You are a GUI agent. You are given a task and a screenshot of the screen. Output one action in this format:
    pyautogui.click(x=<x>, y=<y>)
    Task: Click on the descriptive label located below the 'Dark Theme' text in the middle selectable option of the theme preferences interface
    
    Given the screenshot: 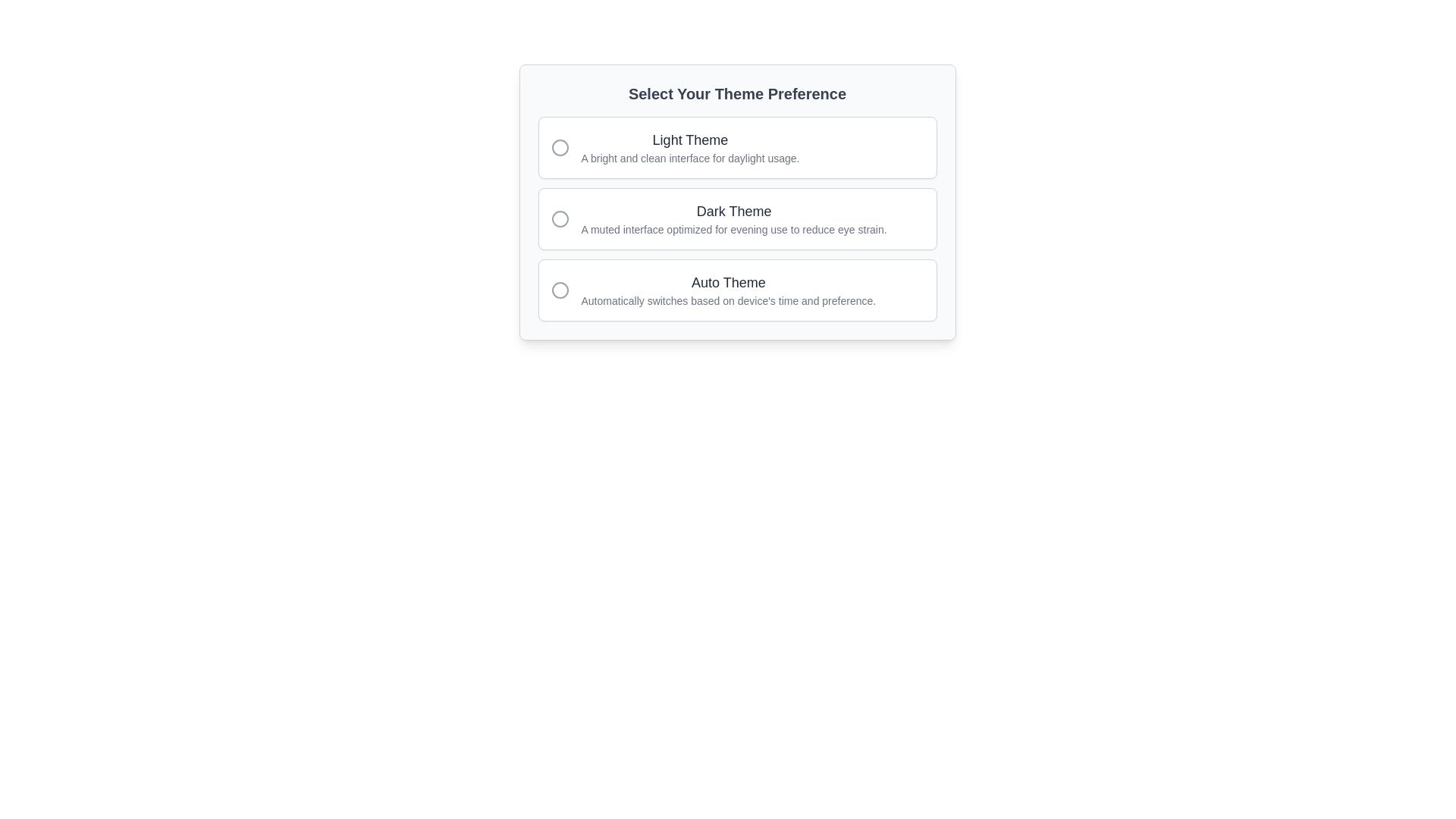 What is the action you would take?
    pyautogui.click(x=734, y=230)
    